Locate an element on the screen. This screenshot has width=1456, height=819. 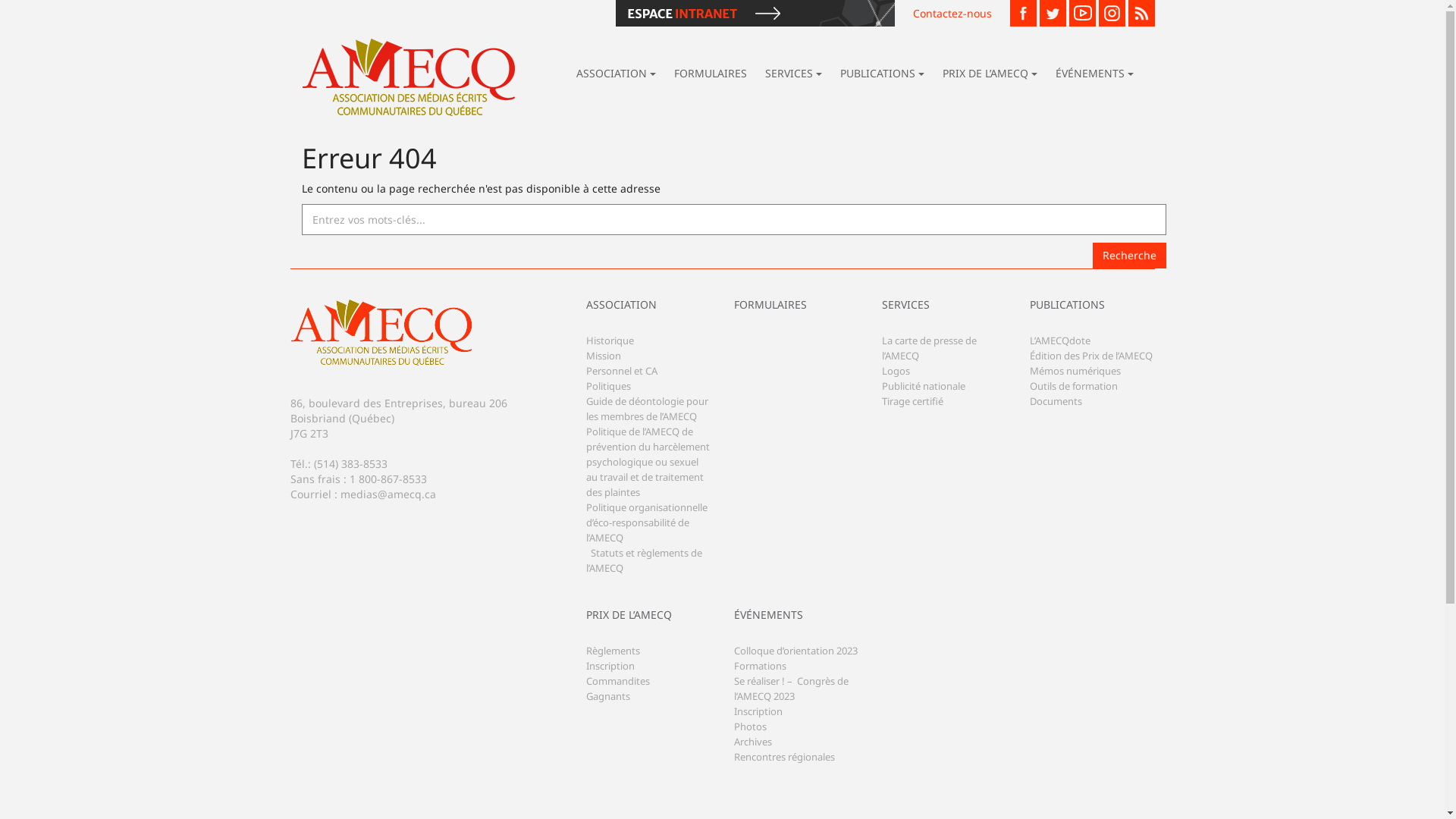
'PUBLICATIONS' is located at coordinates (882, 75).